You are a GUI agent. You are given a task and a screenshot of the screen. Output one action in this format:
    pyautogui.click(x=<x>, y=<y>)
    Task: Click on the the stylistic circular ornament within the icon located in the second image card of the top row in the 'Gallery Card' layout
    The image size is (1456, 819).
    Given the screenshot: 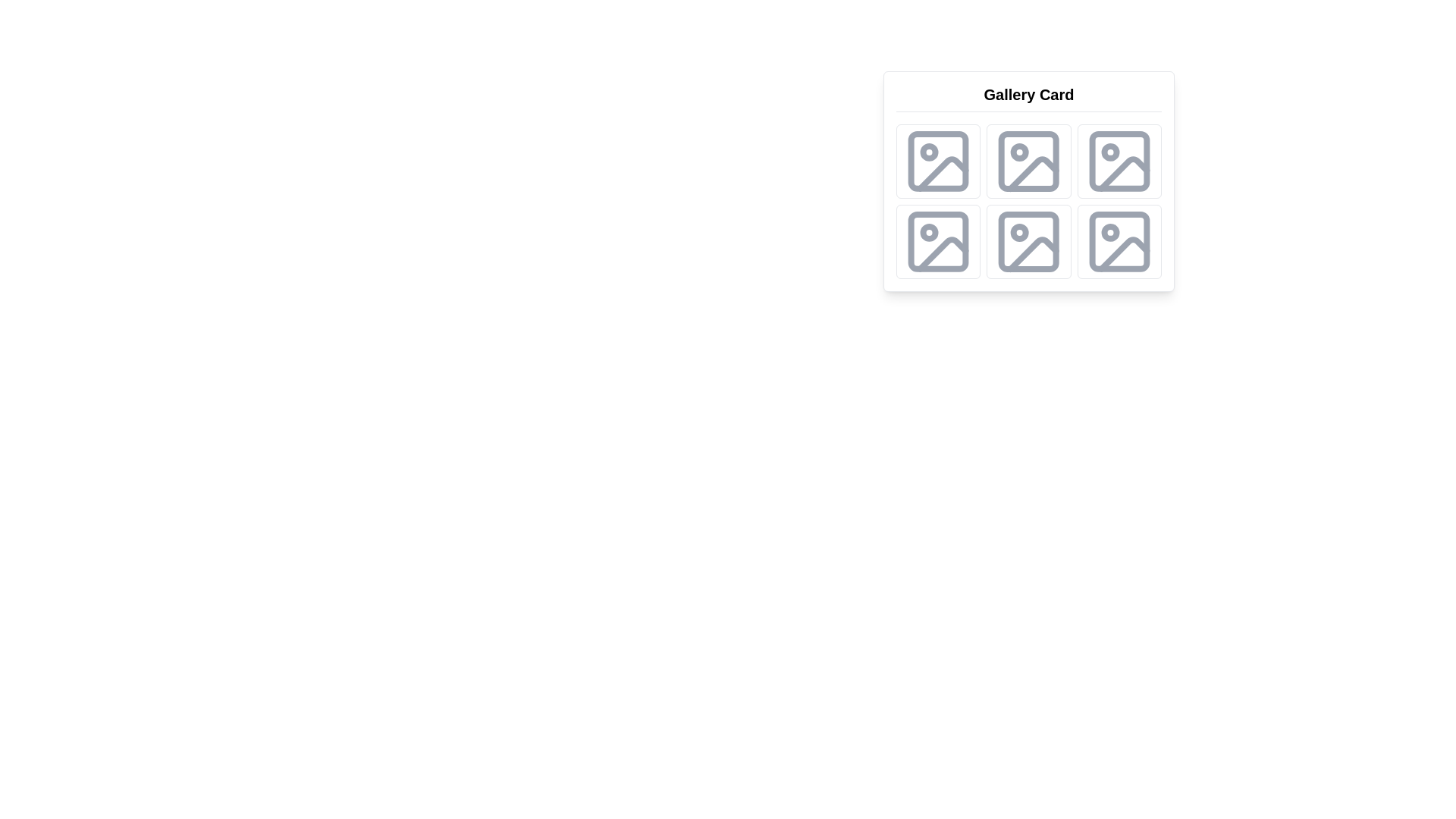 What is the action you would take?
    pyautogui.click(x=1019, y=152)
    